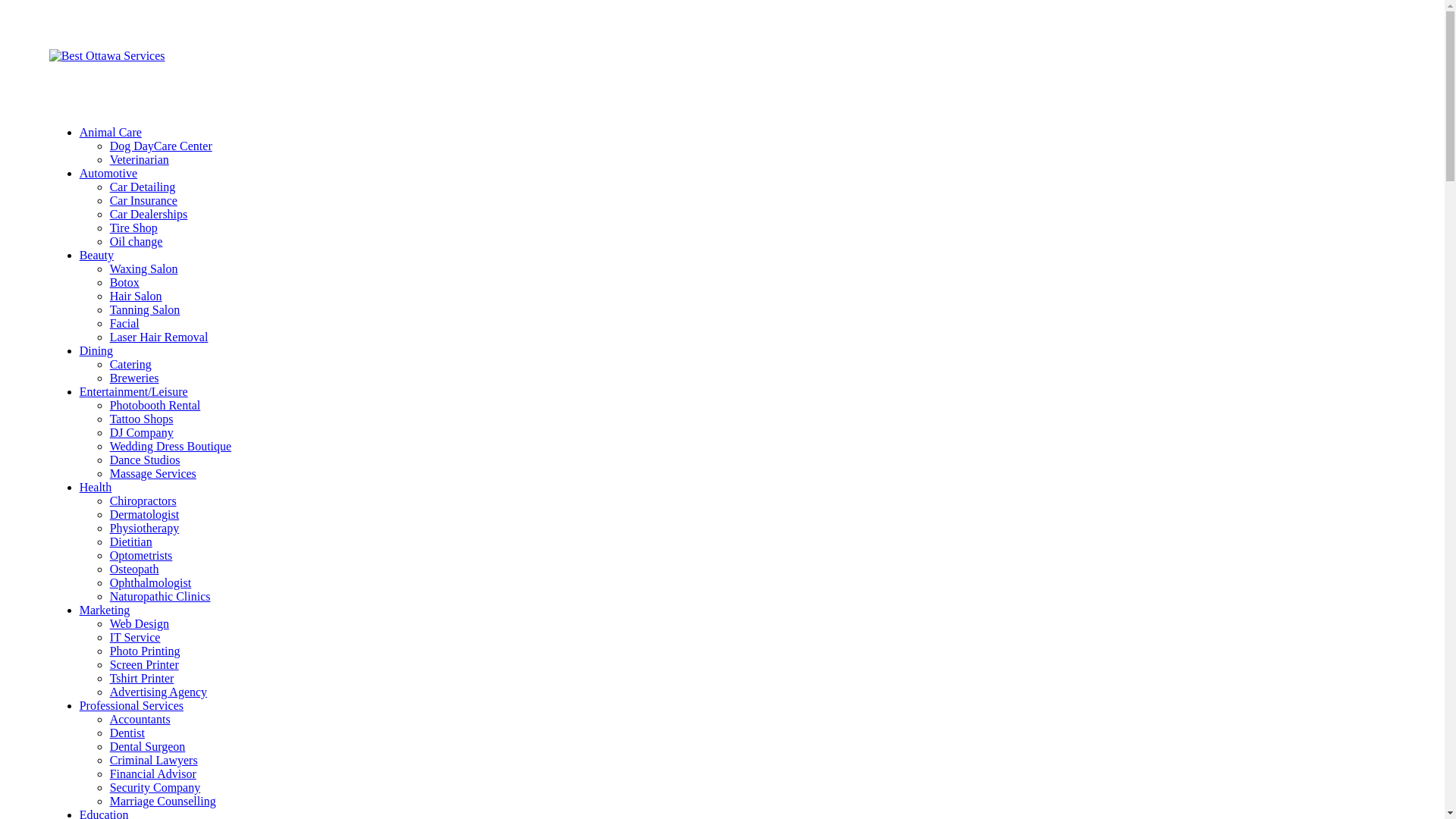 Image resolution: width=1456 pixels, height=819 pixels. I want to click on 'Car Dealerships', so click(108, 214).